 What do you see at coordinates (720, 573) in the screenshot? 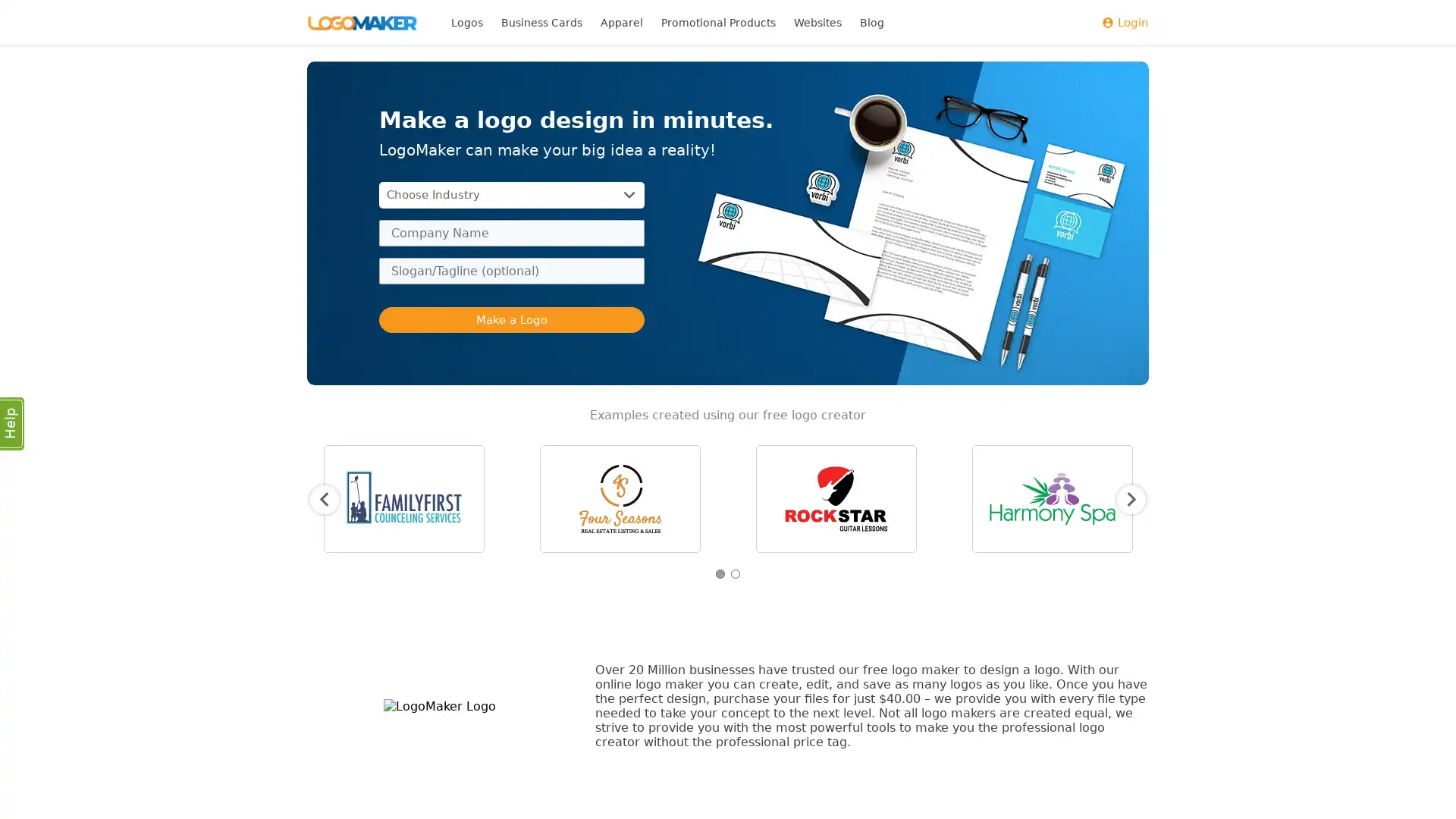
I see `1` at bounding box center [720, 573].